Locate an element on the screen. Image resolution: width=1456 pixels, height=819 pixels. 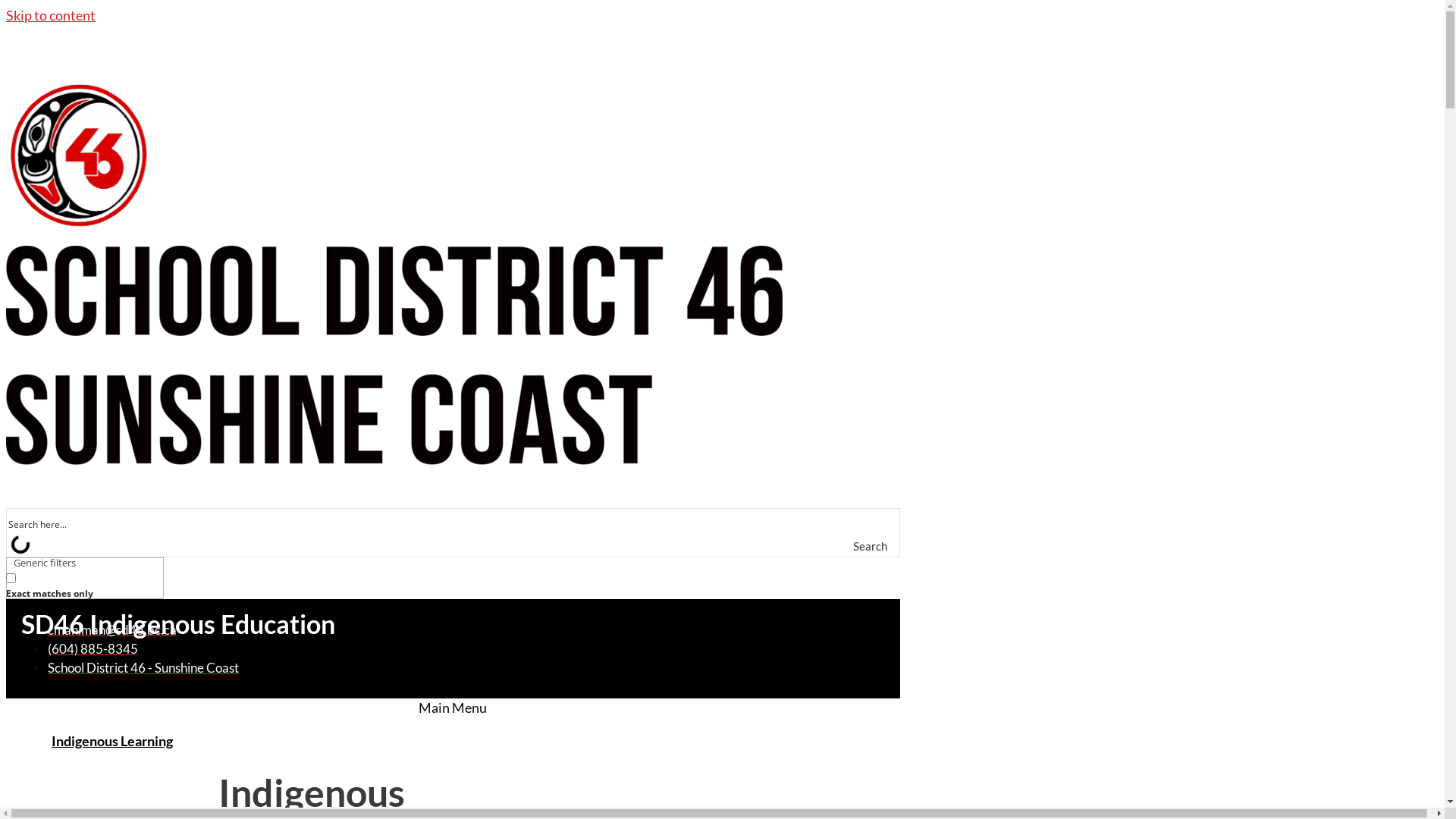
'cmahlman@sd46.bc.ca' is located at coordinates (111, 629).